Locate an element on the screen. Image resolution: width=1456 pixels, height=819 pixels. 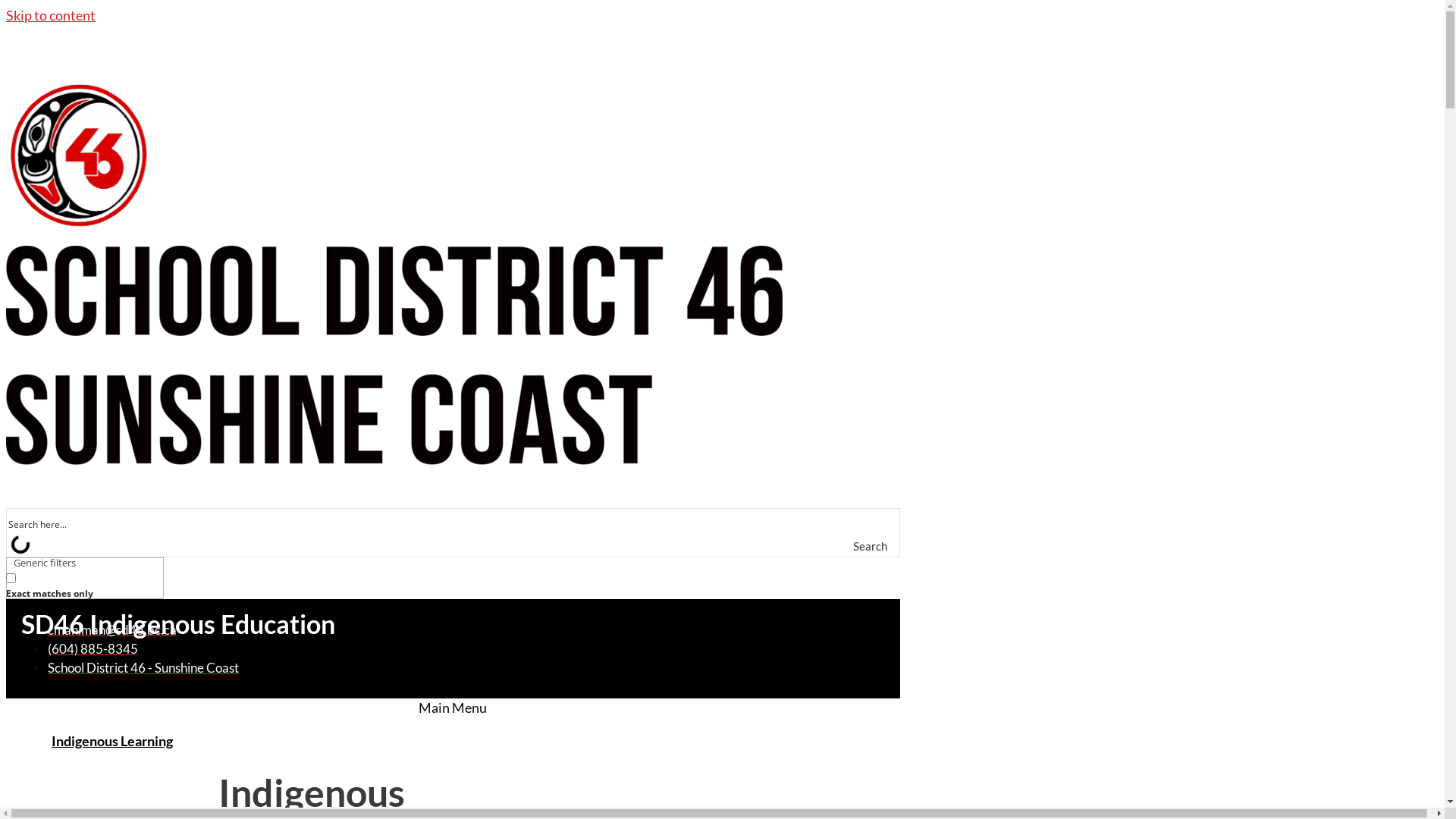
'cmahlman@sd46.bc.ca' is located at coordinates (111, 629).